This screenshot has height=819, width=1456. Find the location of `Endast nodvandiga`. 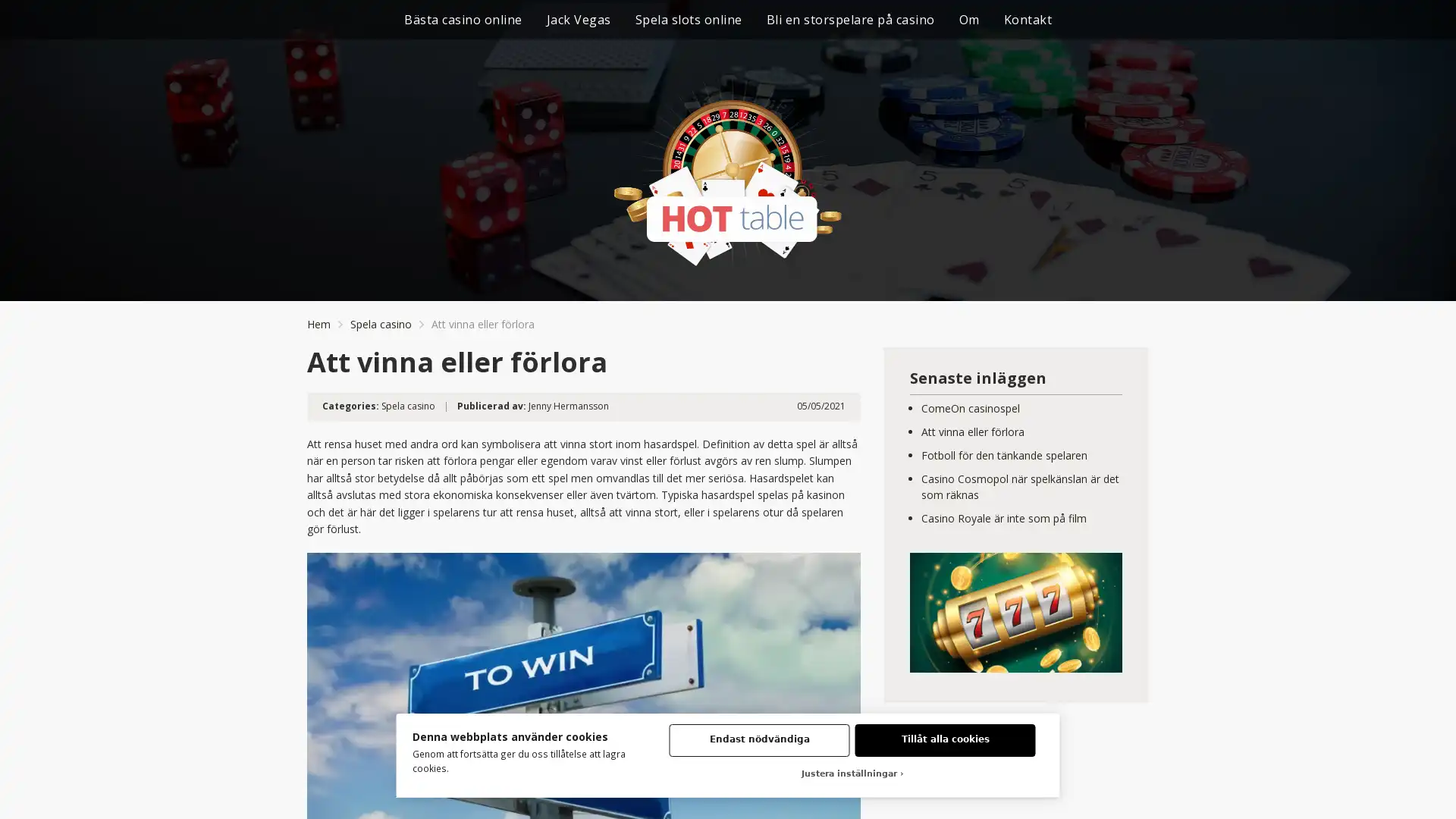

Endast nodvandiga is located at coordinates (759, 739).